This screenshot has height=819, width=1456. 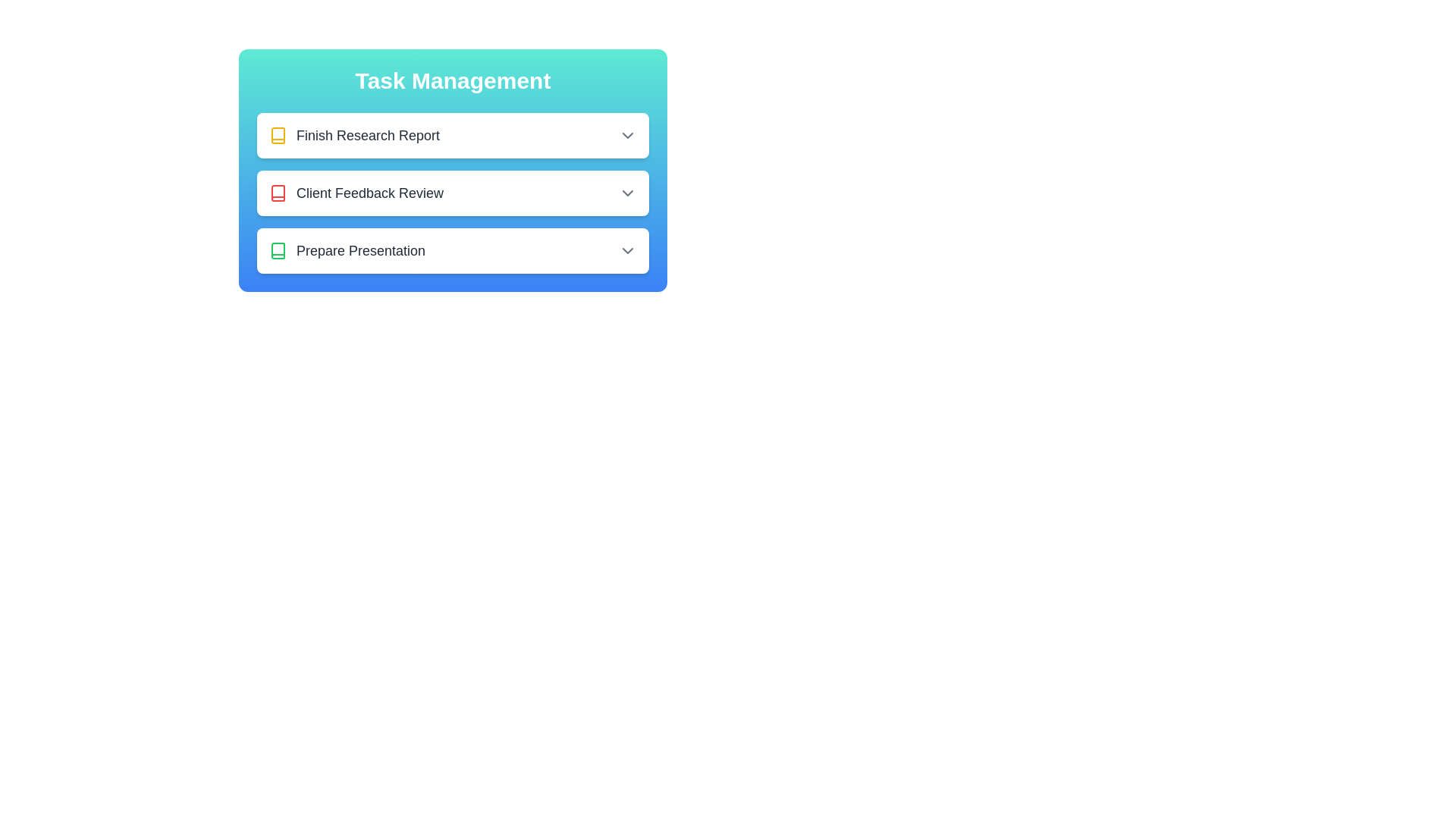 What do you see at coordinates (278, 250) in the screenshot?
I see `the status icon for the task Prepare Presentation` at bounding box center [278, 250].